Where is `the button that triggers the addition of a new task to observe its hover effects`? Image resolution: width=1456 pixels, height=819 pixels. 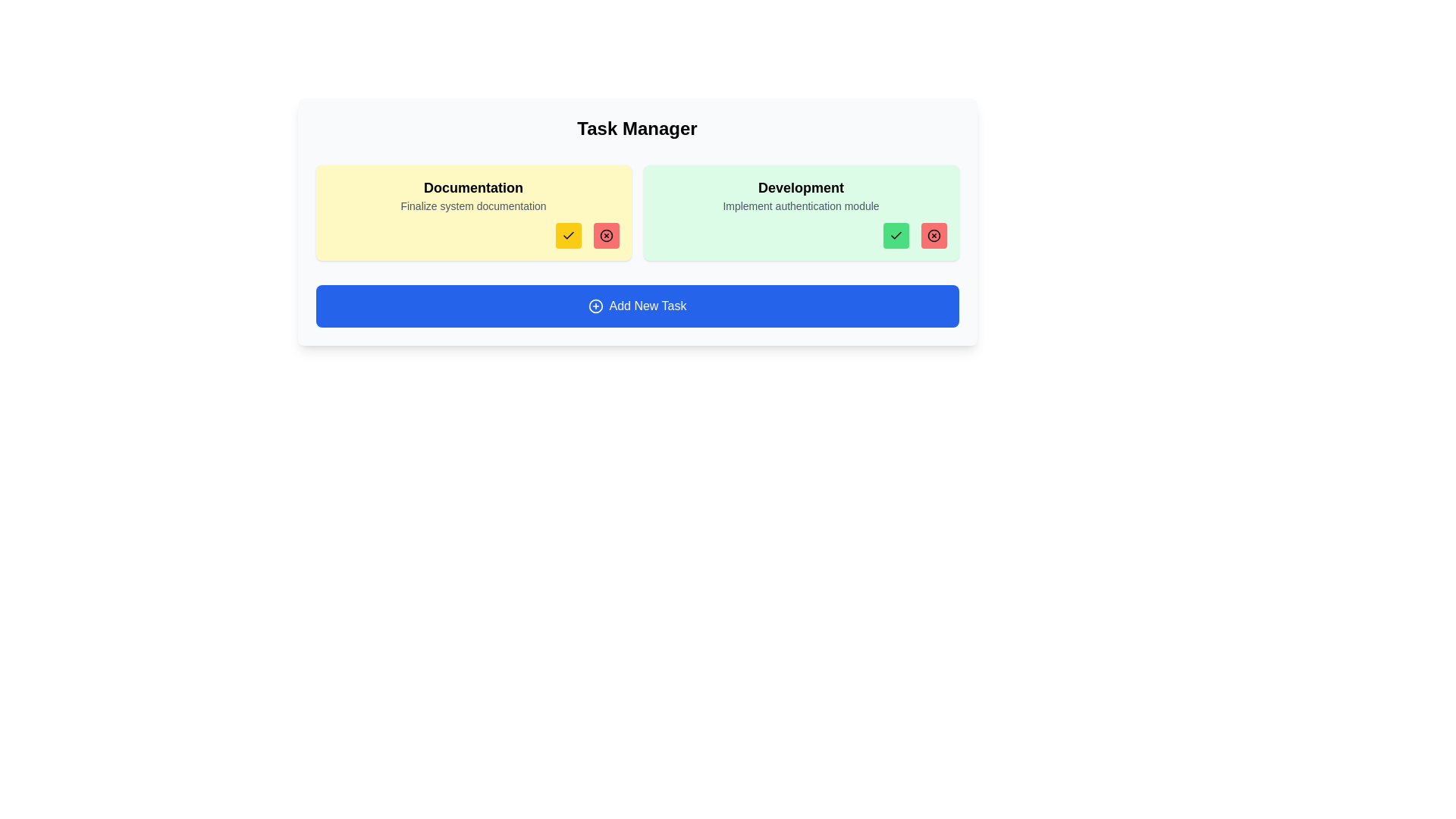
the button that triggers the addition of a new task to observe its hover effects is located at coordinates (637, 306).